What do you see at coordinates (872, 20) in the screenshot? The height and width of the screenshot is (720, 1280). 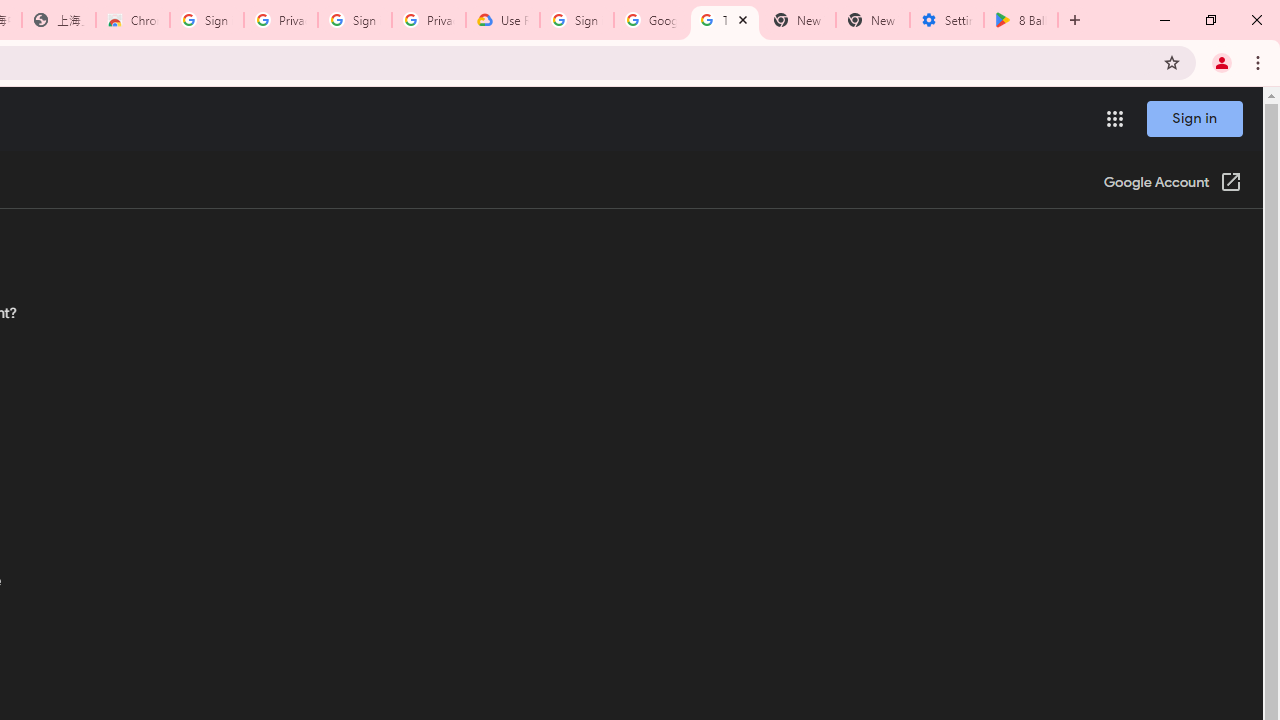 I see `'New Tab'` at bounding box center [872, 20].